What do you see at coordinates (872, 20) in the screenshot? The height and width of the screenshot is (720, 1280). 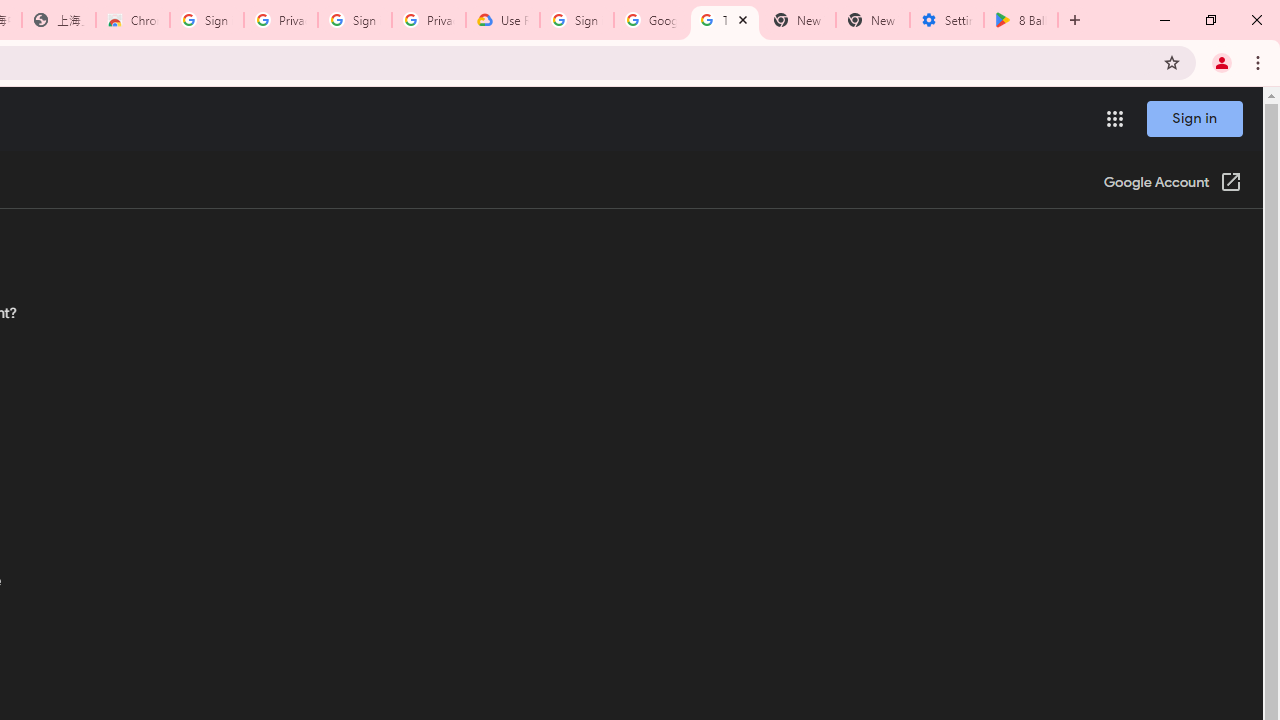 I see `'New Tab'` at bounding box center [872, 20].